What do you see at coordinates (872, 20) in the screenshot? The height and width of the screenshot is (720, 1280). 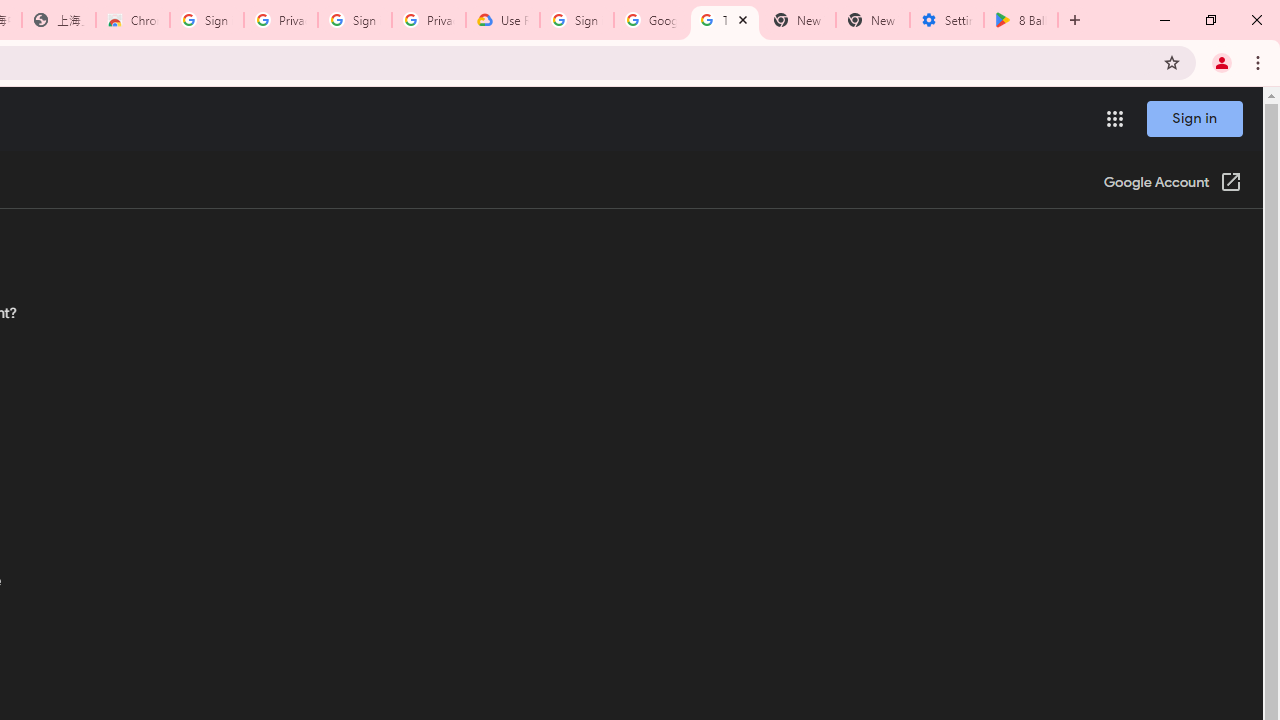 I see `'New Tab'` at bounding box center [872, 20].